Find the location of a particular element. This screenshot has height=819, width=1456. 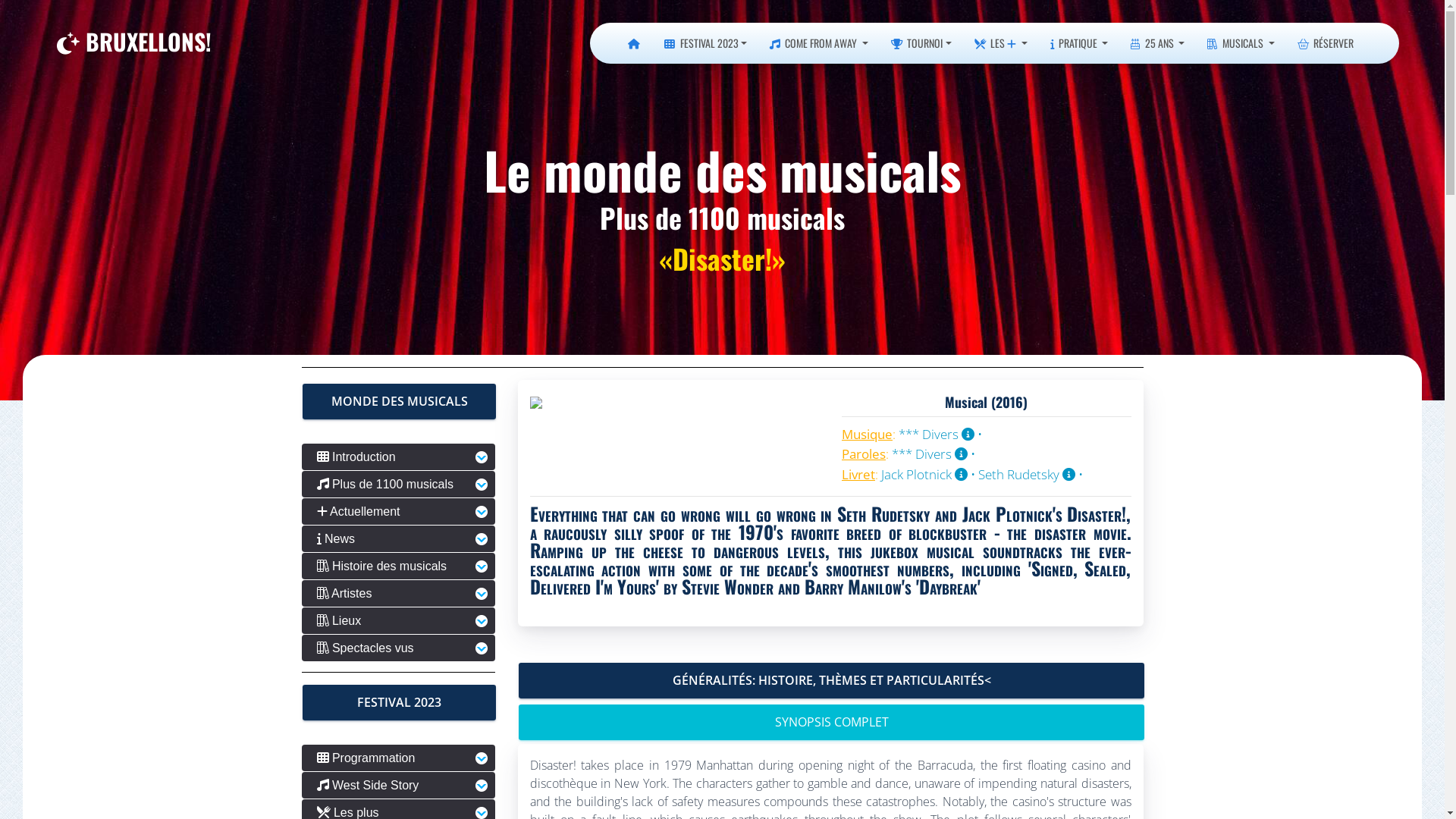

'Actuellement' is located at coordinates (302, 511).